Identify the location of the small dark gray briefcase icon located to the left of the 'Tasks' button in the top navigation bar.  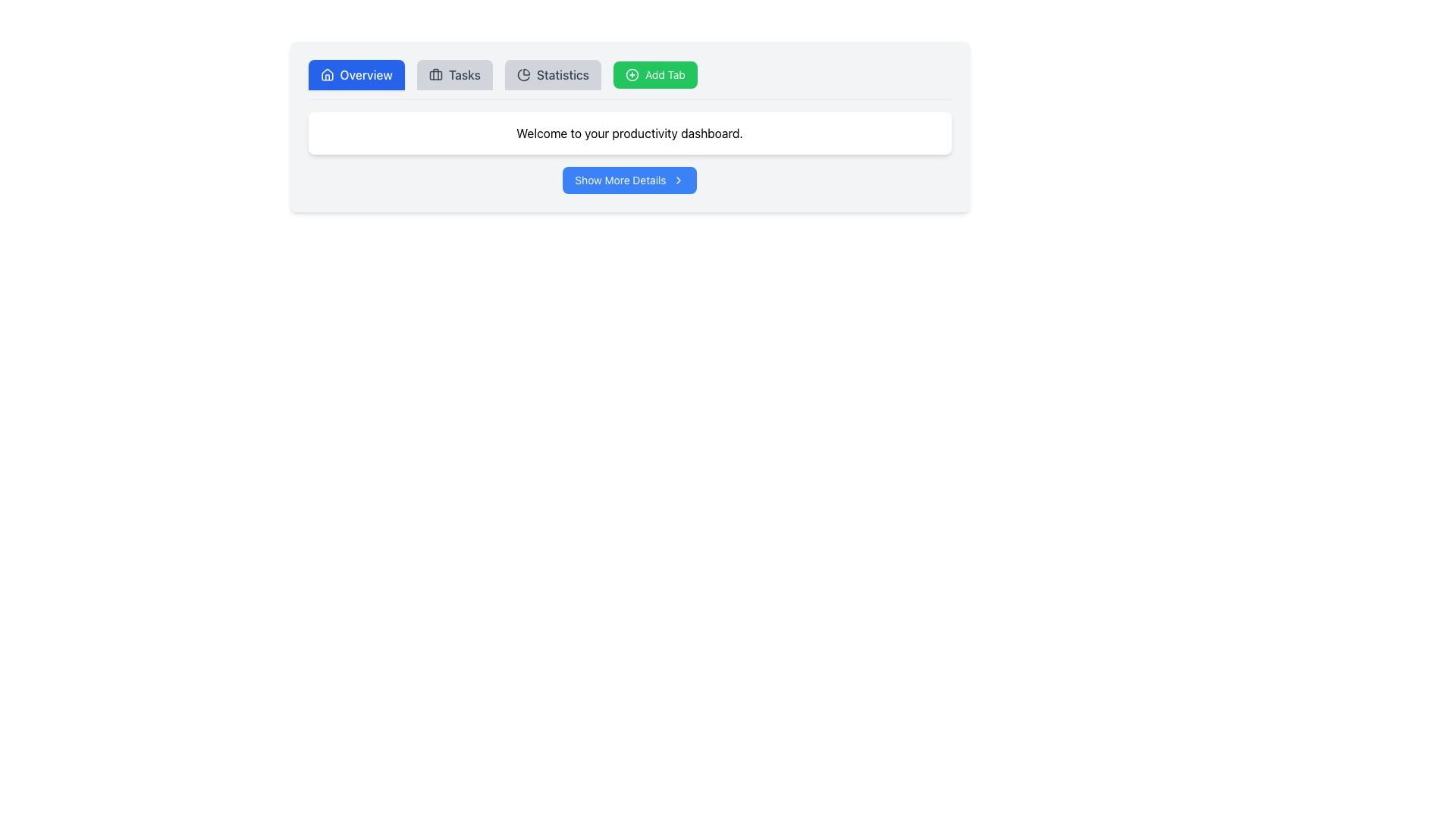
(435, 75).